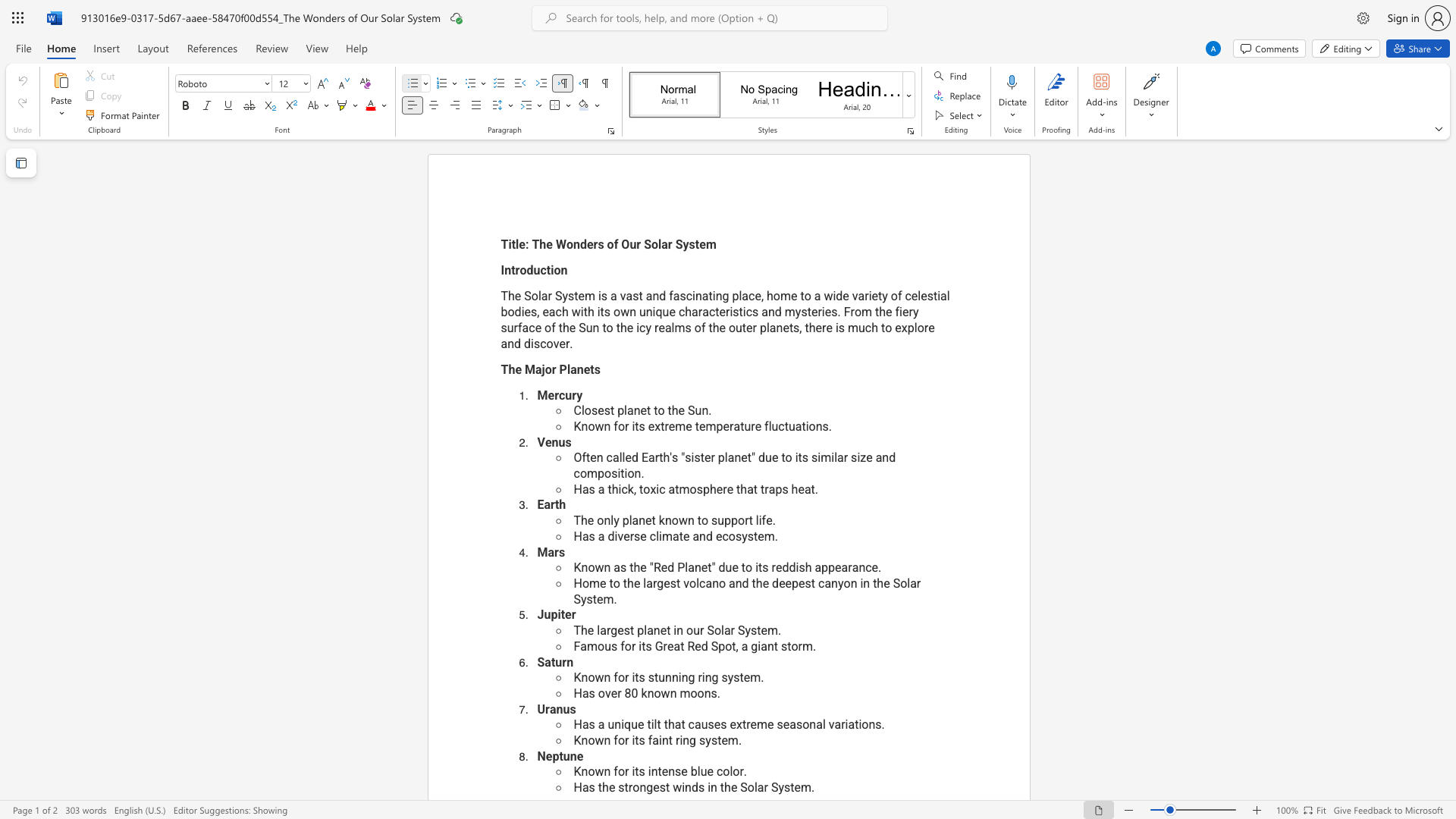 This screenshot has height=819, width=1456. Describe the element at coordinates (647, 693) in the screenshot. I see `the space between the continuous character "k" and "n" in the text` at that location.